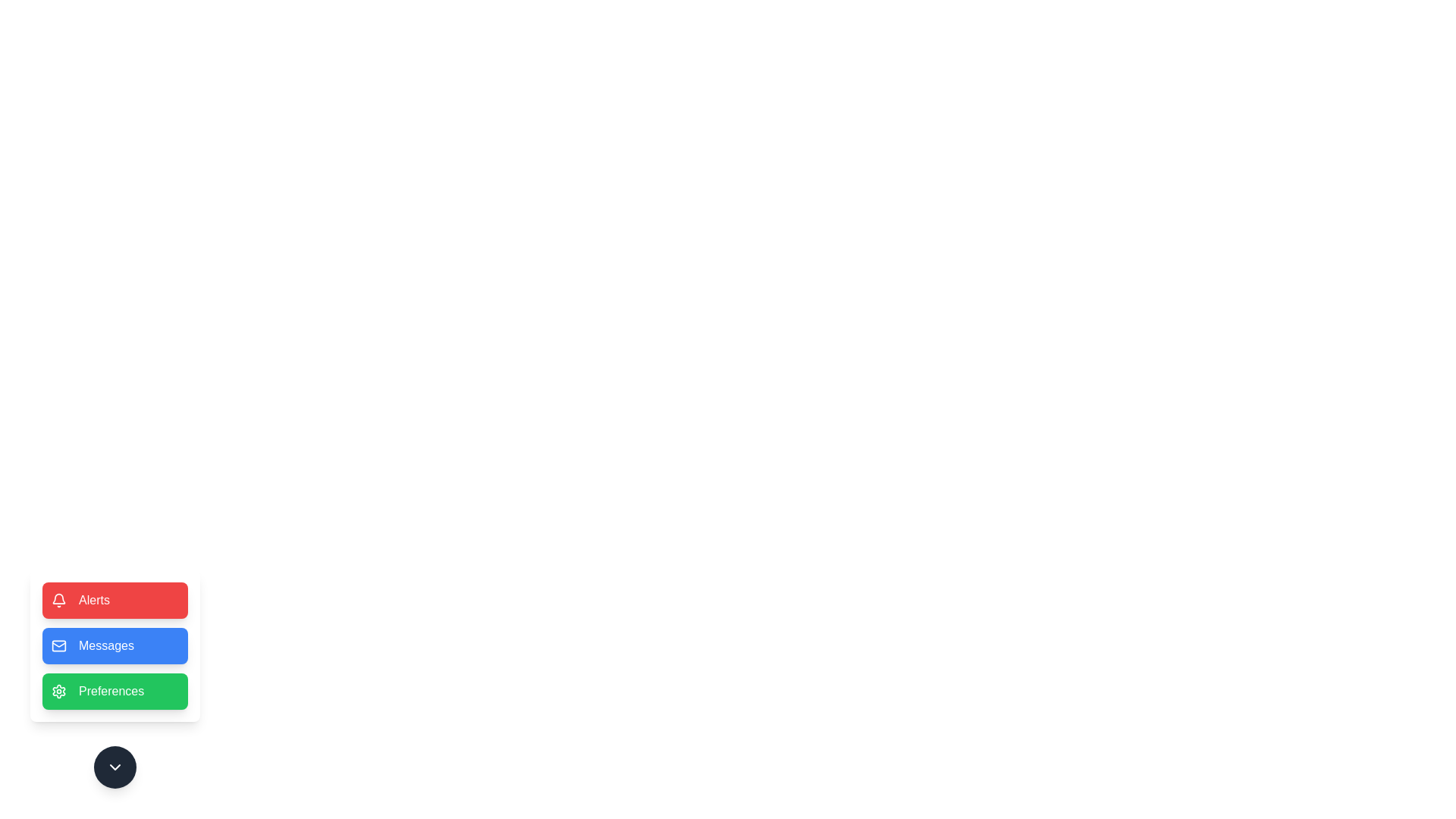 The height and width of the screenshot is (819, 1456). Describe the element at coordinates (115, 767) in the screenshot. I see `the toggle button to toggle the visibility of the notification dial` at that location.